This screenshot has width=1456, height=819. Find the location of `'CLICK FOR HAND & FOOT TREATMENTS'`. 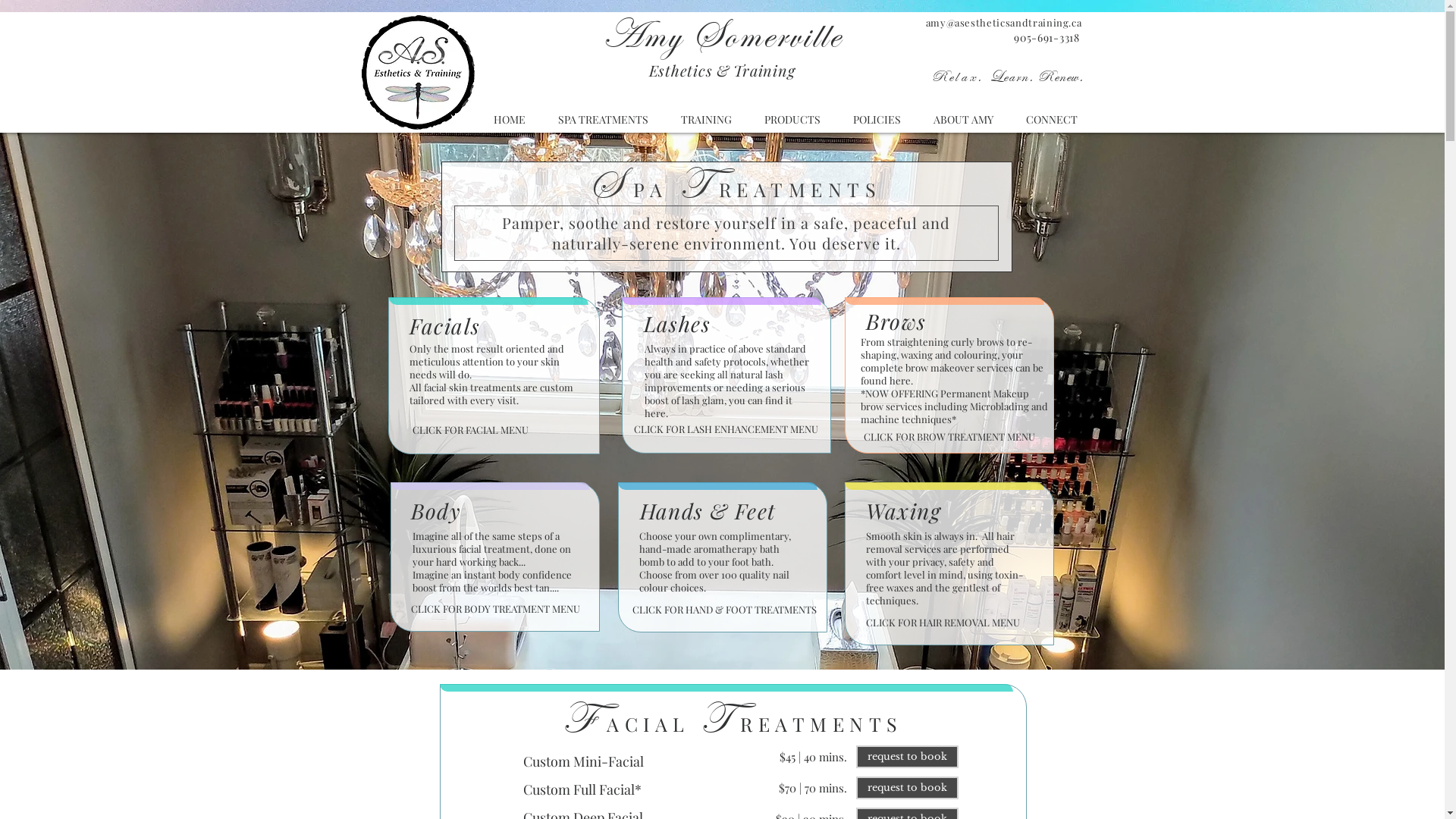

'CLICK FOR HAND & FOOT TREATMENTS' is located at coordinates (723, 609).